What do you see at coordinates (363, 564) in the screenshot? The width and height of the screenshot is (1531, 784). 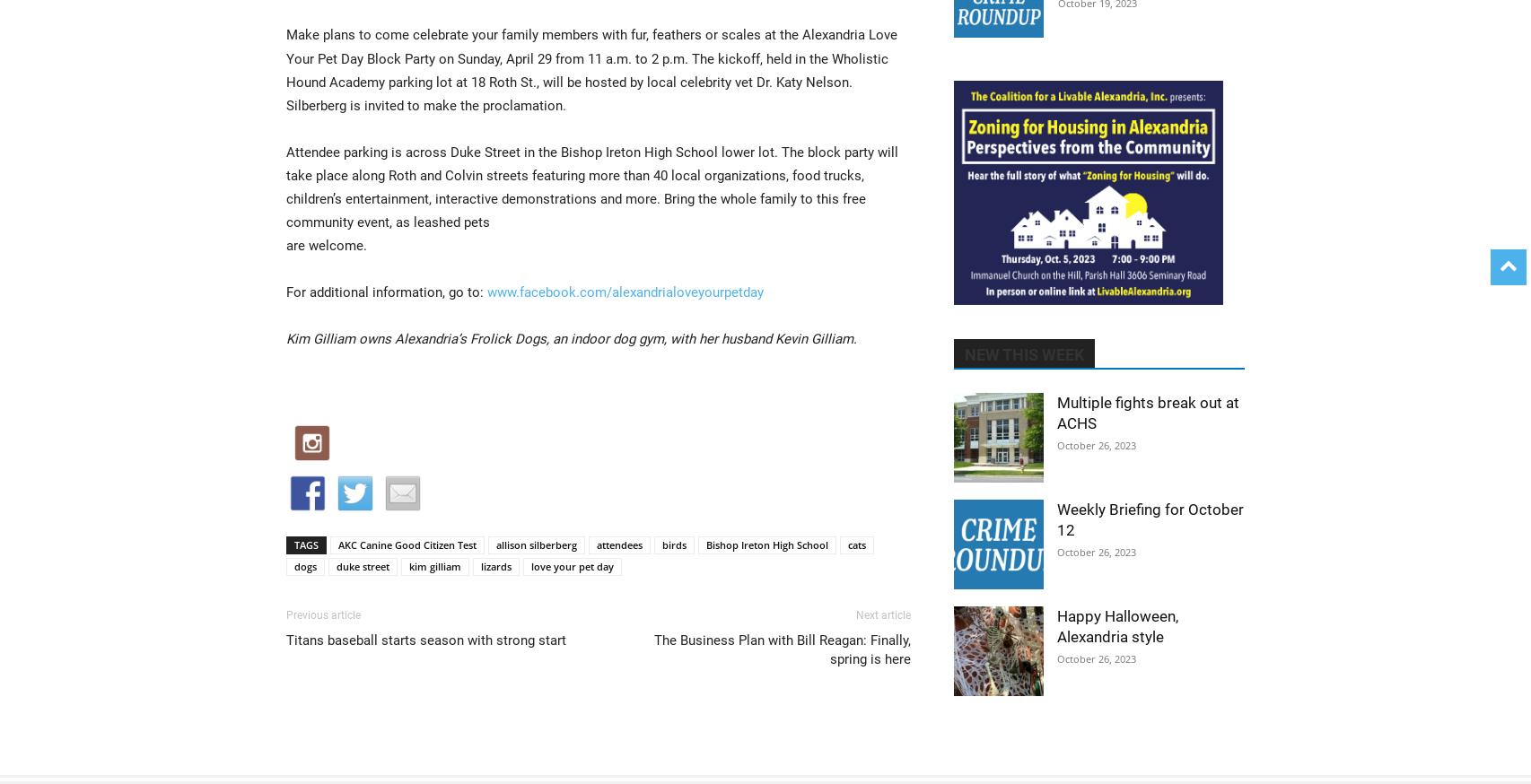 I see `'duke street'` at bounding box center [363, 564].